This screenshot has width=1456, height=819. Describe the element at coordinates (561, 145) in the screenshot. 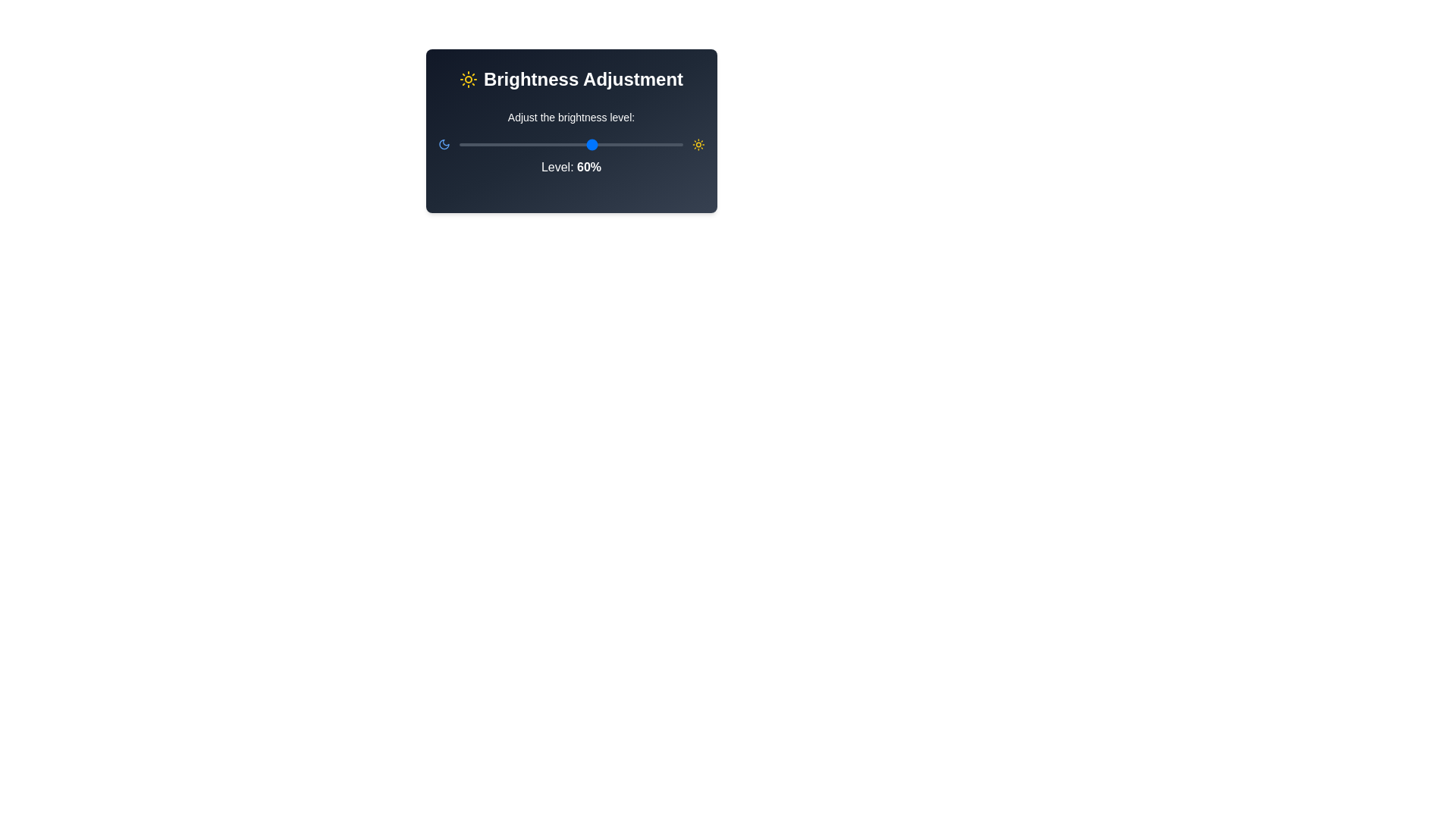

I see `brightness level` at that location.